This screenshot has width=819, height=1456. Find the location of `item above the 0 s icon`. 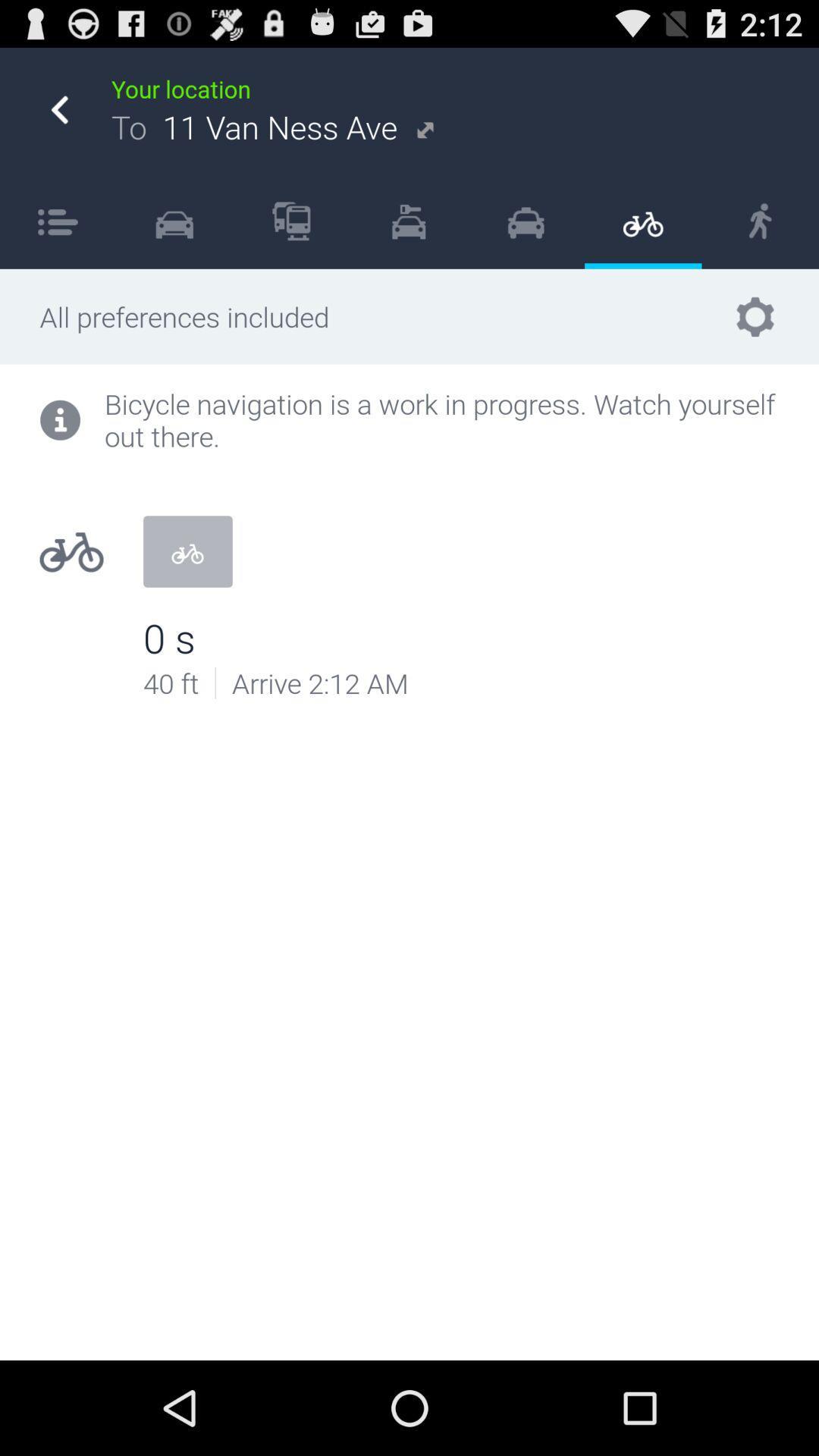

item above the 0 s icon is located at coordinates (187, 551).